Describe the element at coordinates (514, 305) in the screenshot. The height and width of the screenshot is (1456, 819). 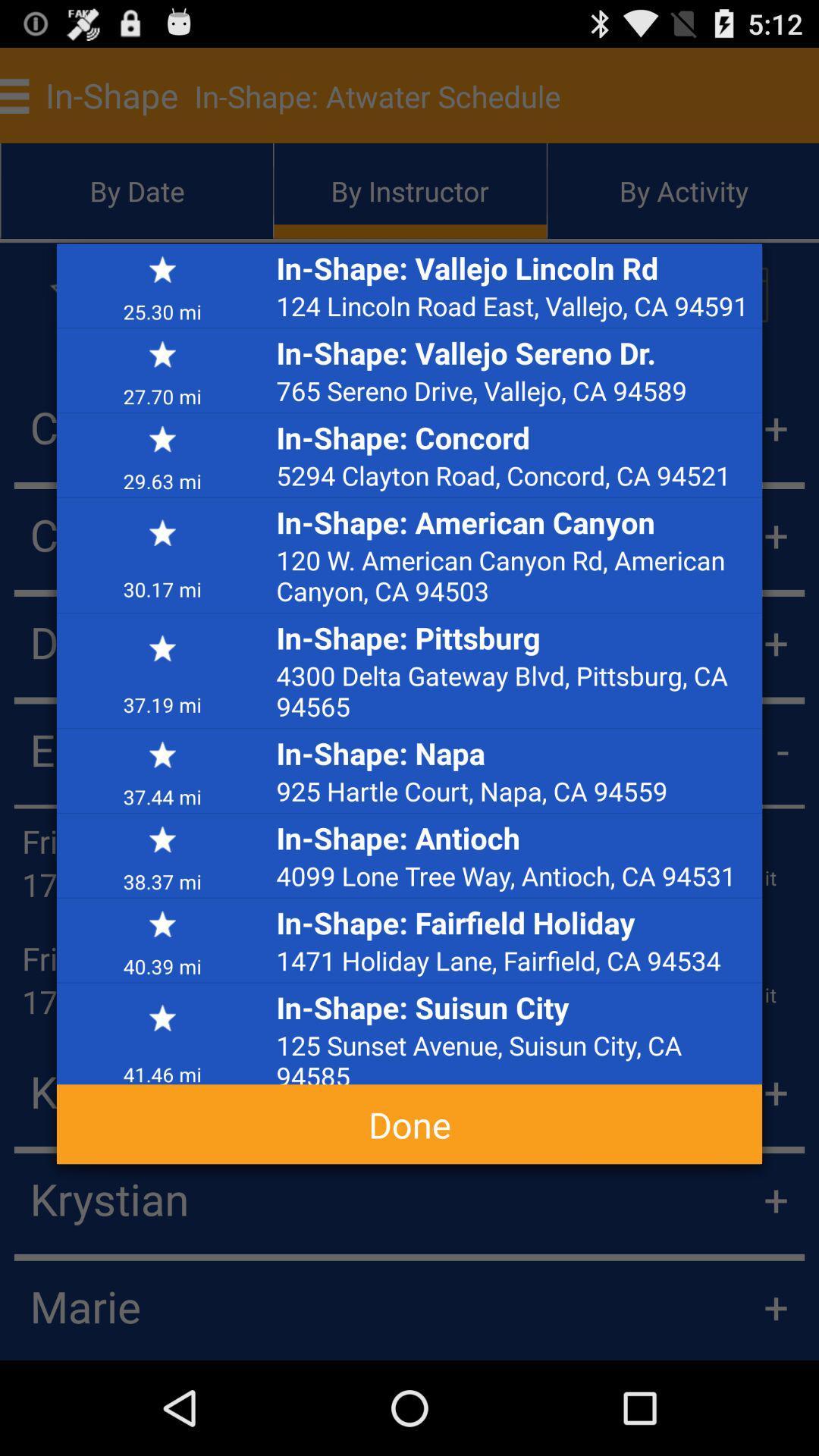
I see `124 lincoln road item` at that location.